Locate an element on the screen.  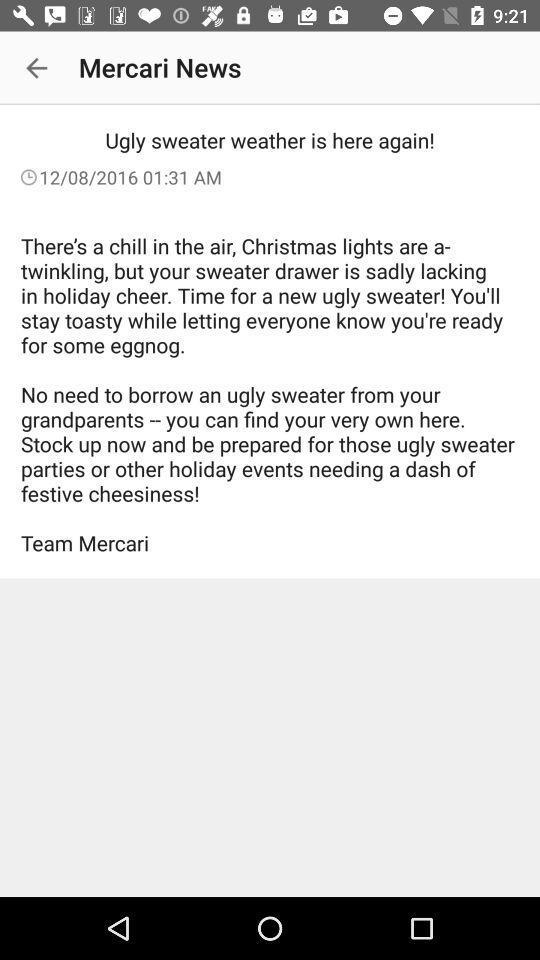
icon next to the mercari news app is located at coordinates (36, 68).